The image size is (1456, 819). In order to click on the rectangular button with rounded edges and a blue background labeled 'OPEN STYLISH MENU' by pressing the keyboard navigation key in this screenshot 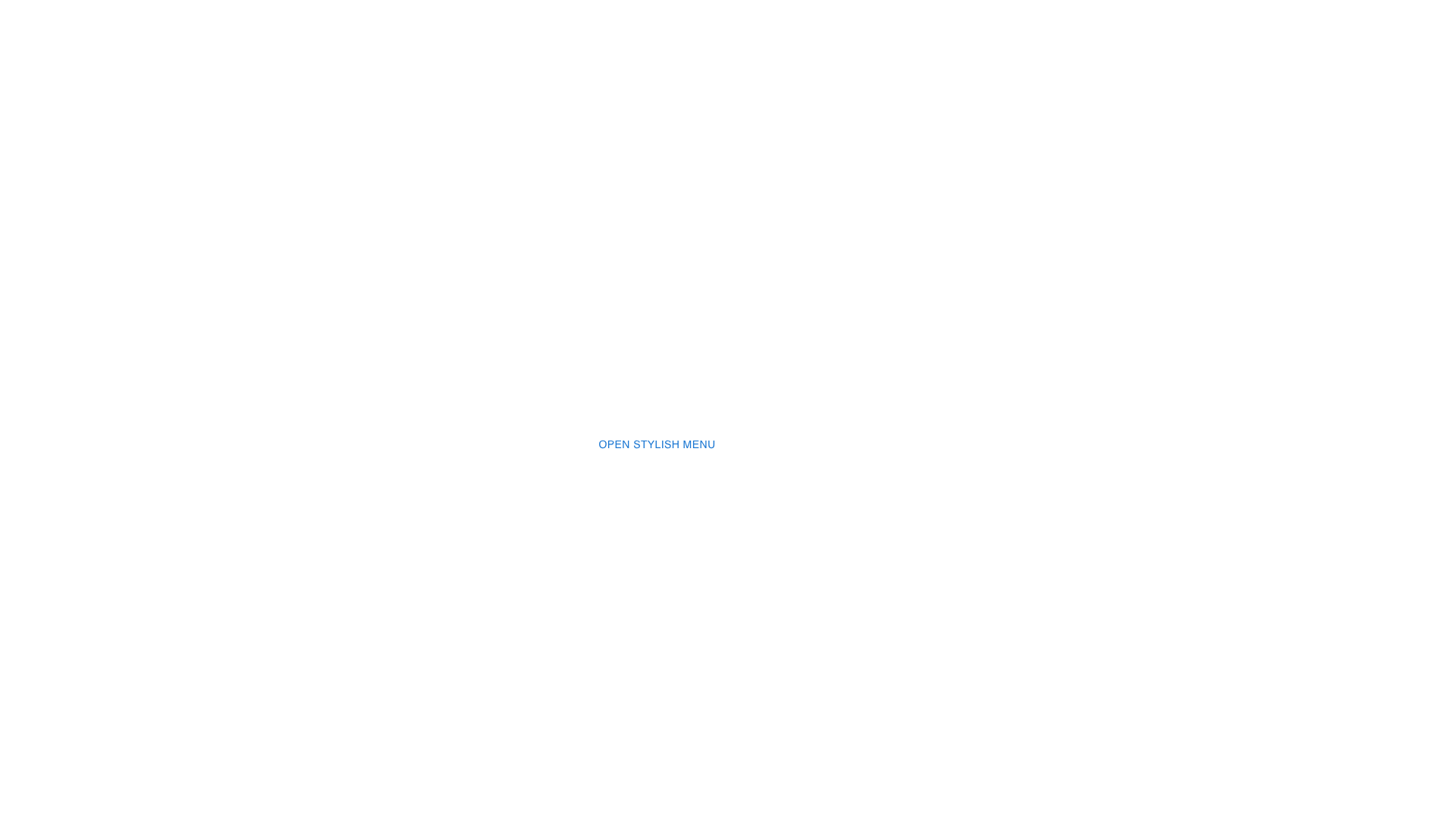, I will do `click(657, 444)`.